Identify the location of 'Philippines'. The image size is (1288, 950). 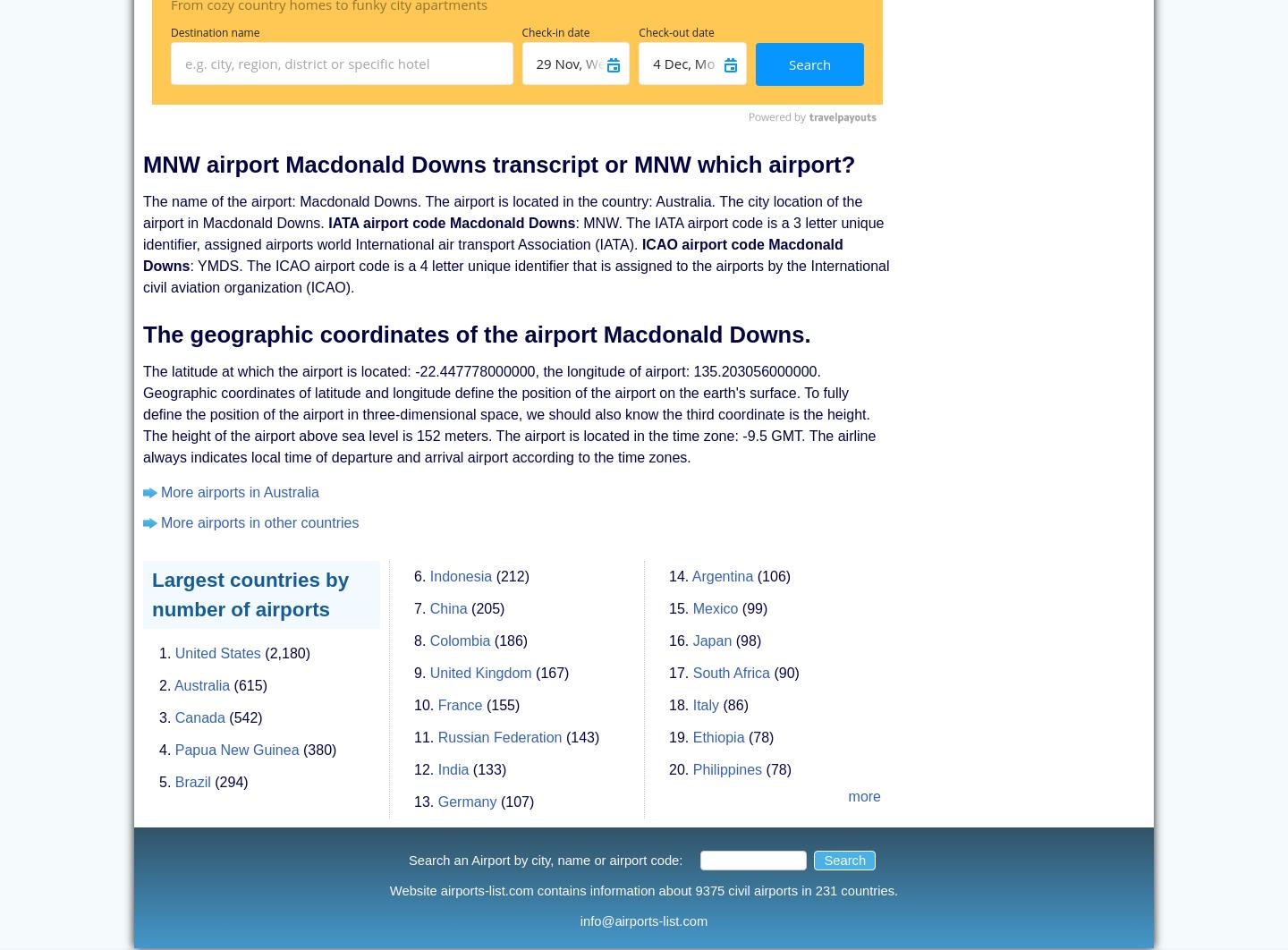
(691, 749).